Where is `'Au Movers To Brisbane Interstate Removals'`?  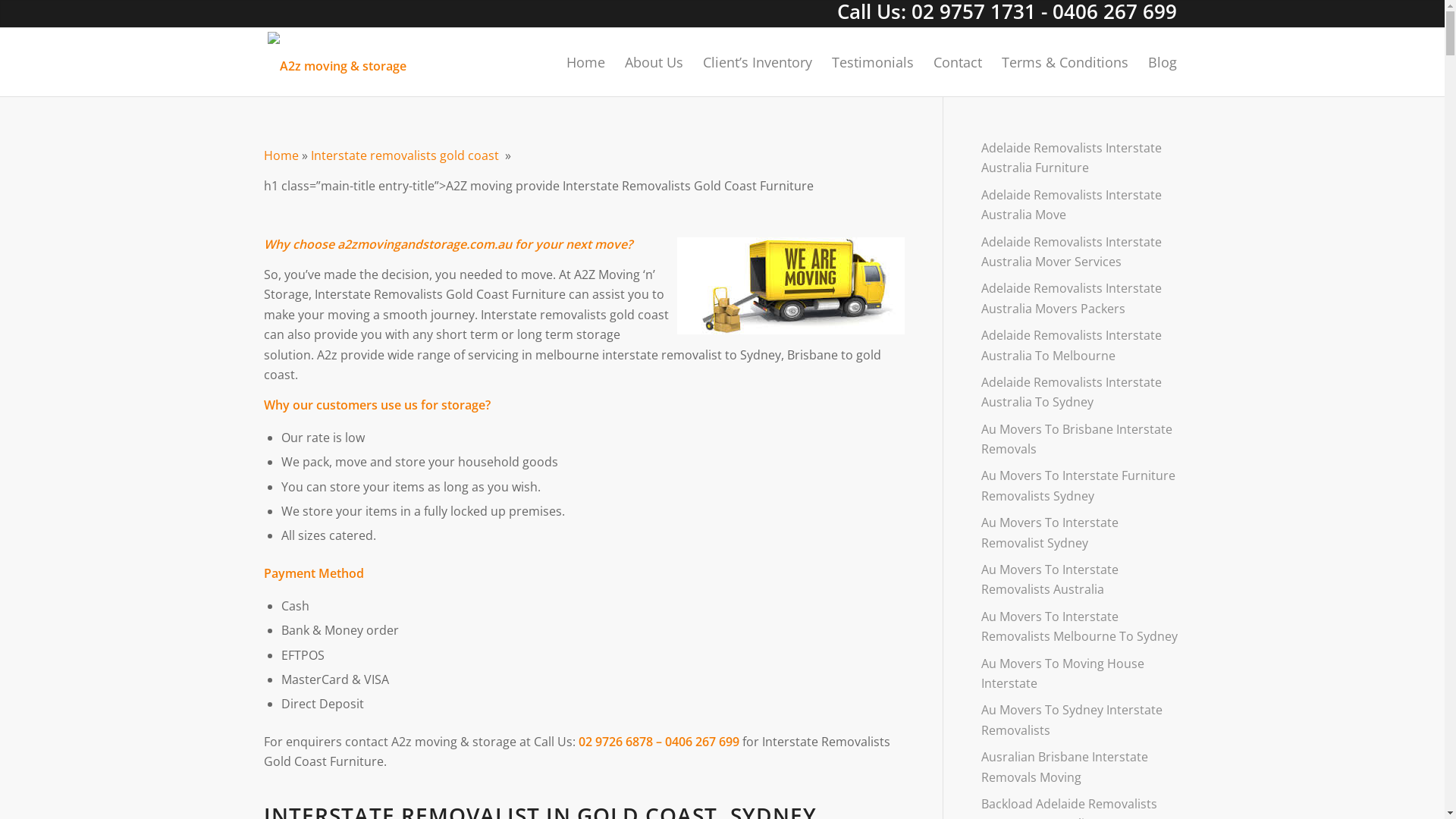 'Au Movers To Brisbane Interstate Removals' is located at coordinates (1080, 439).